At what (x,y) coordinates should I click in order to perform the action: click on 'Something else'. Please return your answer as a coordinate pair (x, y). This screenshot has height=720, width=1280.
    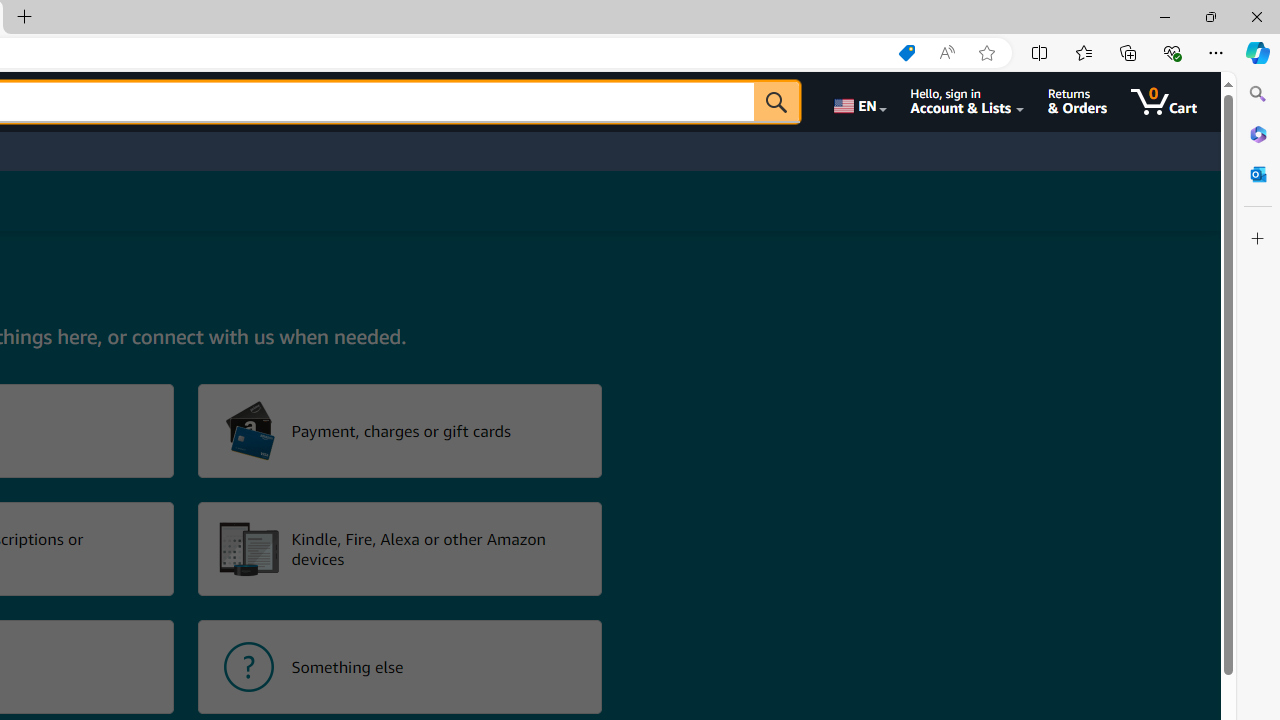
    Looking at the image, I should click on (400, 667).